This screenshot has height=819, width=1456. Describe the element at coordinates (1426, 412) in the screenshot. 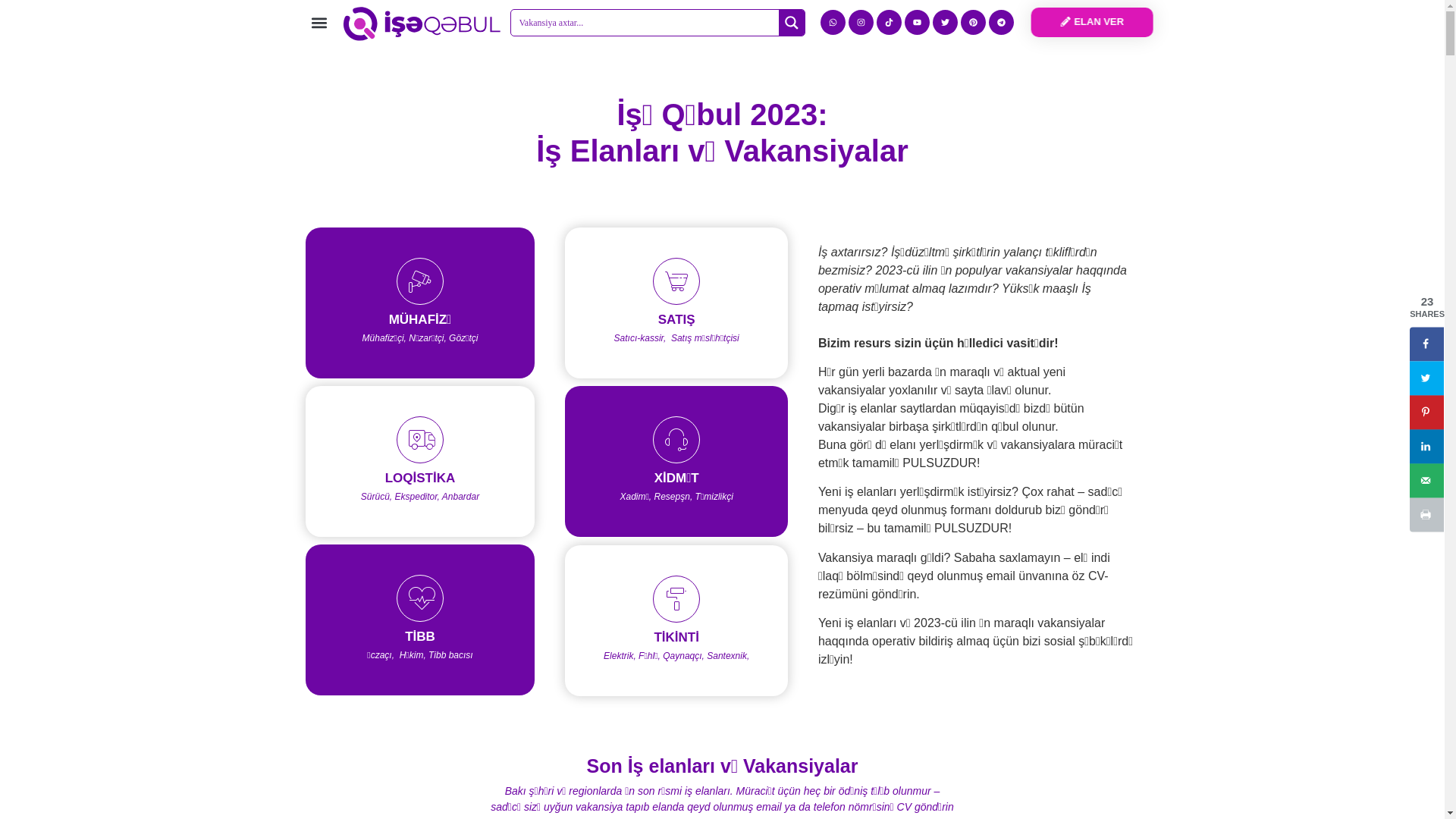

I see `'Save to Pinterest'` at that location.